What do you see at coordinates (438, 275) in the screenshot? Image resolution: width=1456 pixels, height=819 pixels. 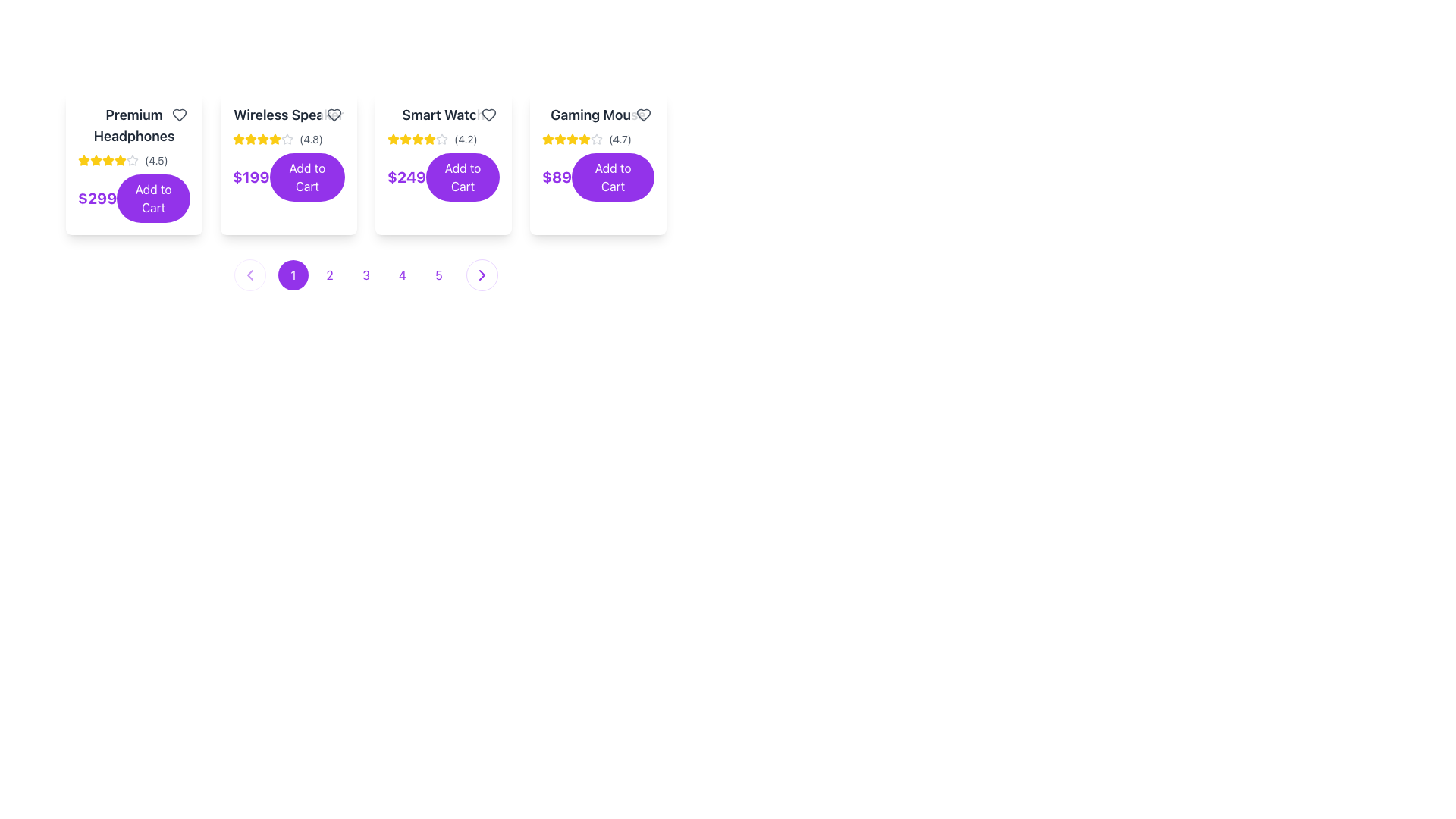 I see `the fifth pagination button, which allows users to navigate to the fifth page of content` at bounding box center [438, 275].